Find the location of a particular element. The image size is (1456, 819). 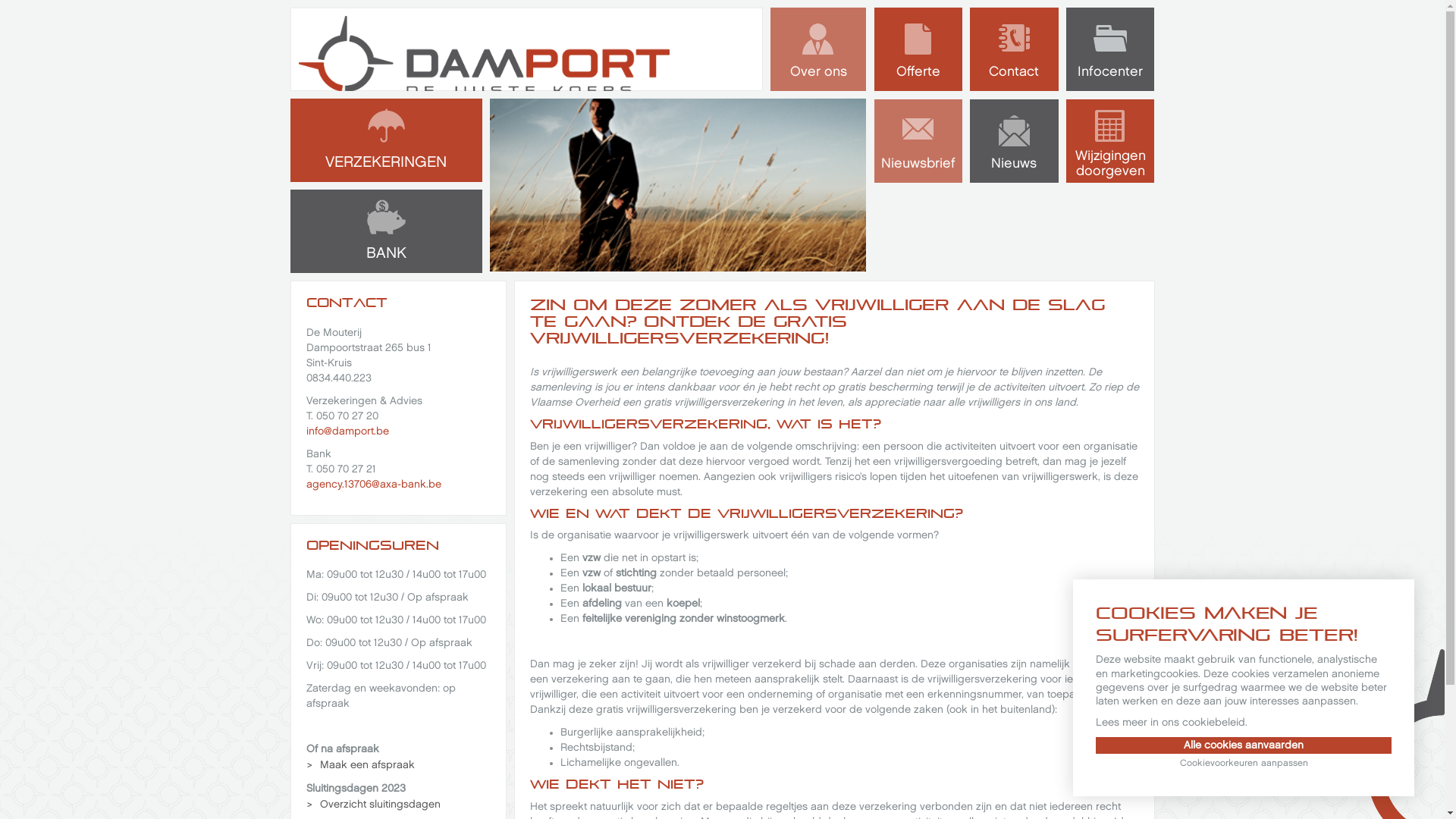

'Over ons' is located at coordinates (817, 49).